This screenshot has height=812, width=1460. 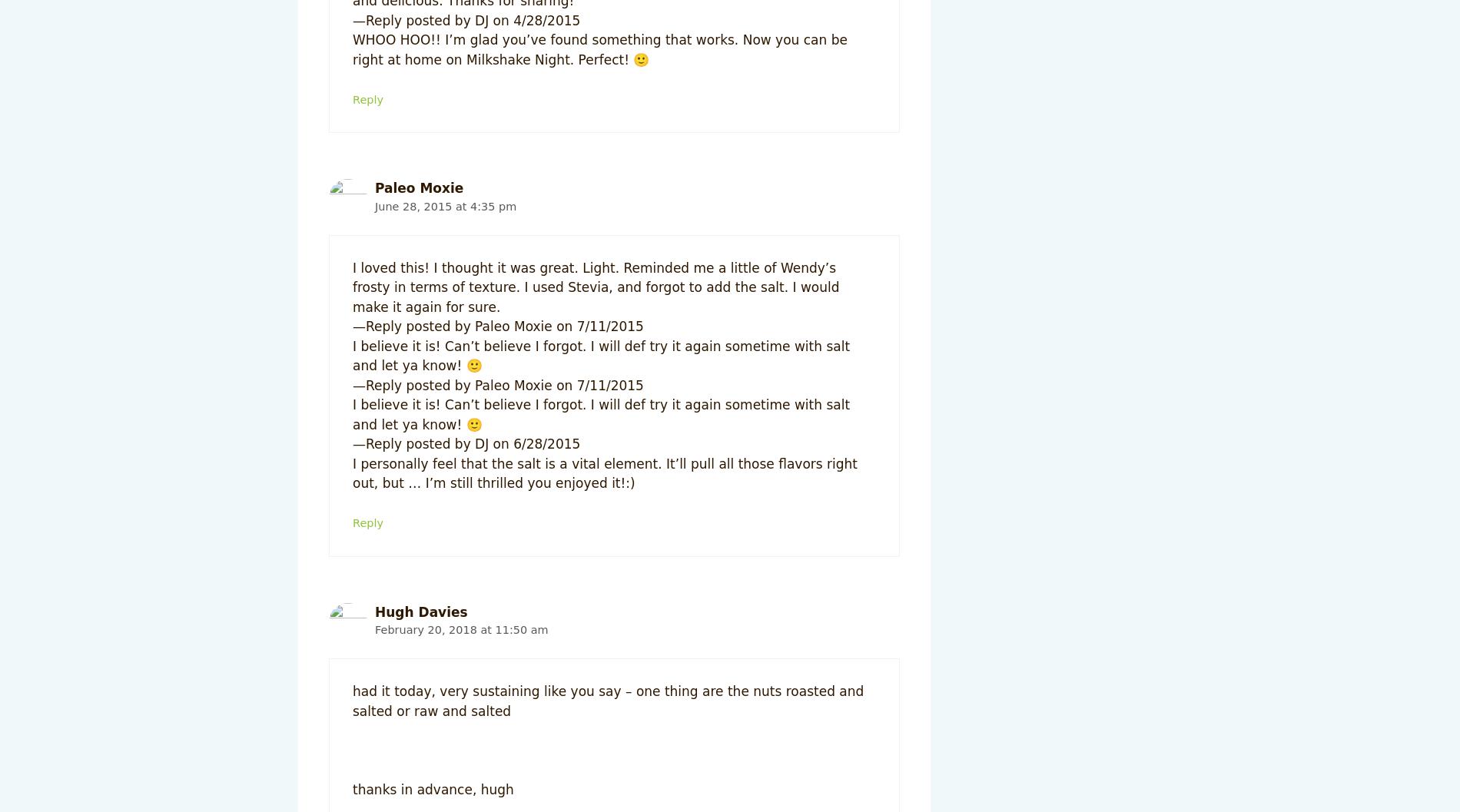 What do you see at coordinates (419, 187) in the screenshot?
I see `'Paleo Moxie'` at bounding box center [419, 187].